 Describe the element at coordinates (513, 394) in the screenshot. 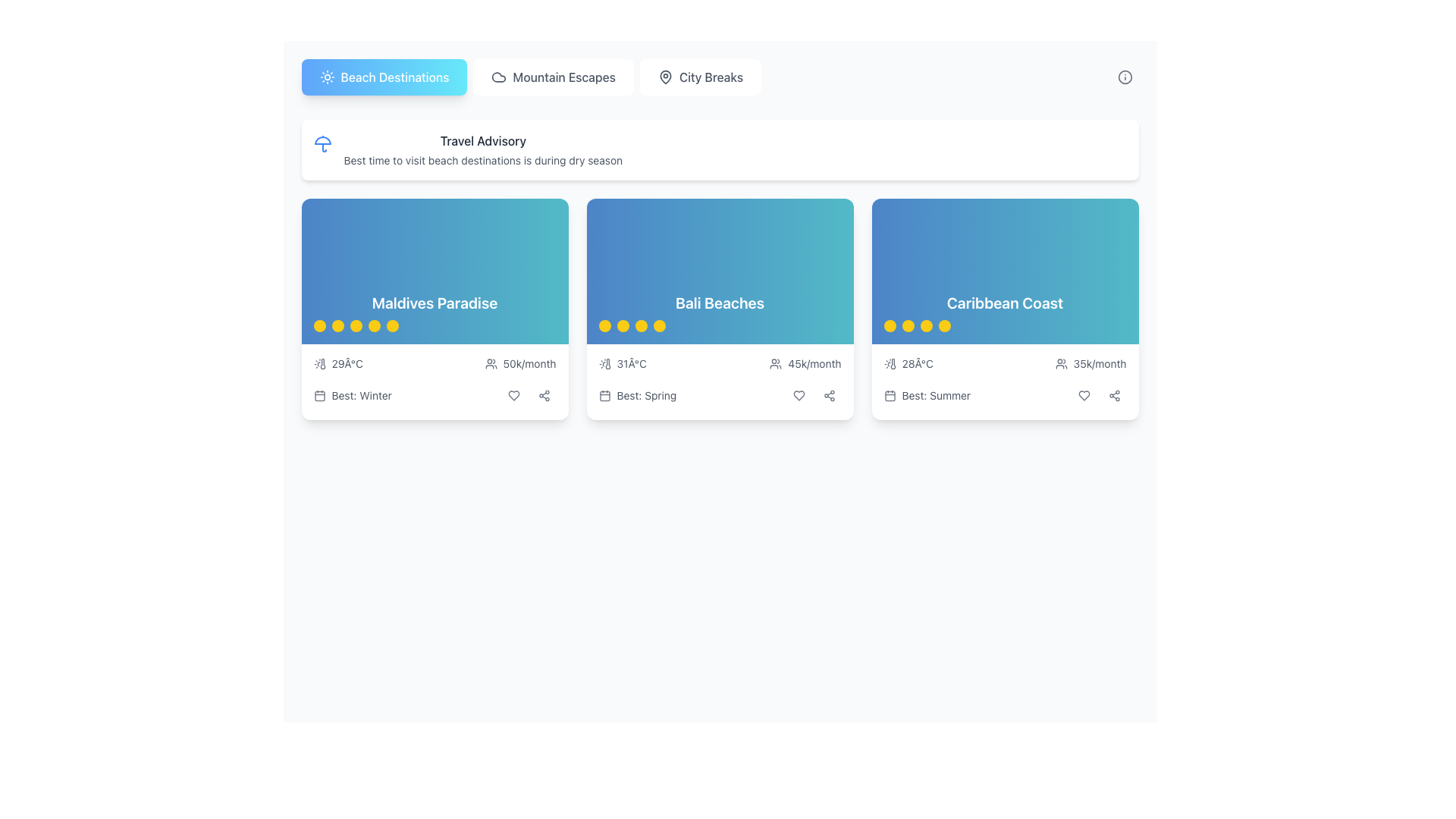

I see `the heart-shaped icon in the bottom-right corner of the 'Maldives Paradise' card` at that location.